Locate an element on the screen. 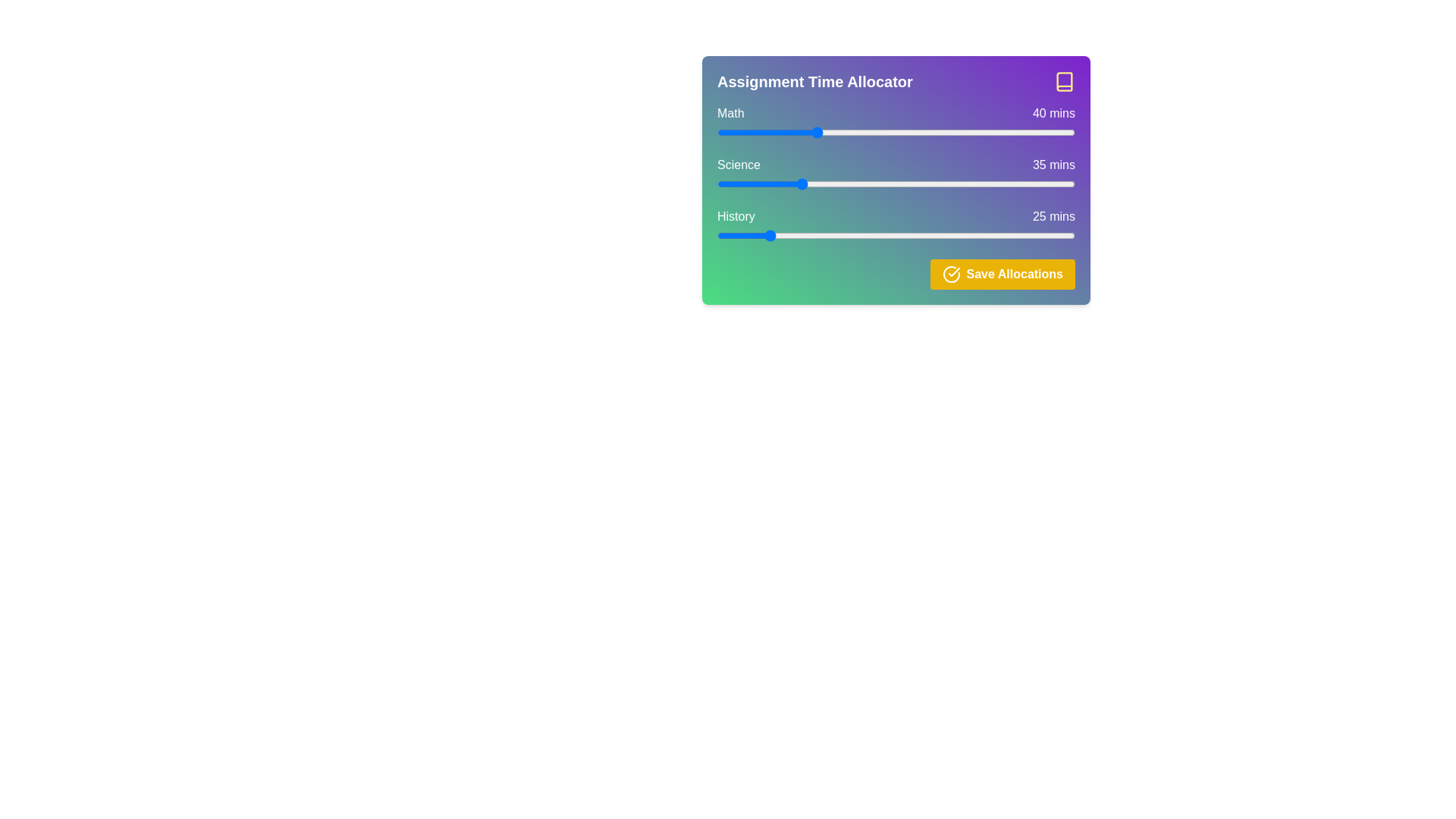 This screenshot has width=1456, height=819. the time allocation for Math is located at coordinates (1006, 131).